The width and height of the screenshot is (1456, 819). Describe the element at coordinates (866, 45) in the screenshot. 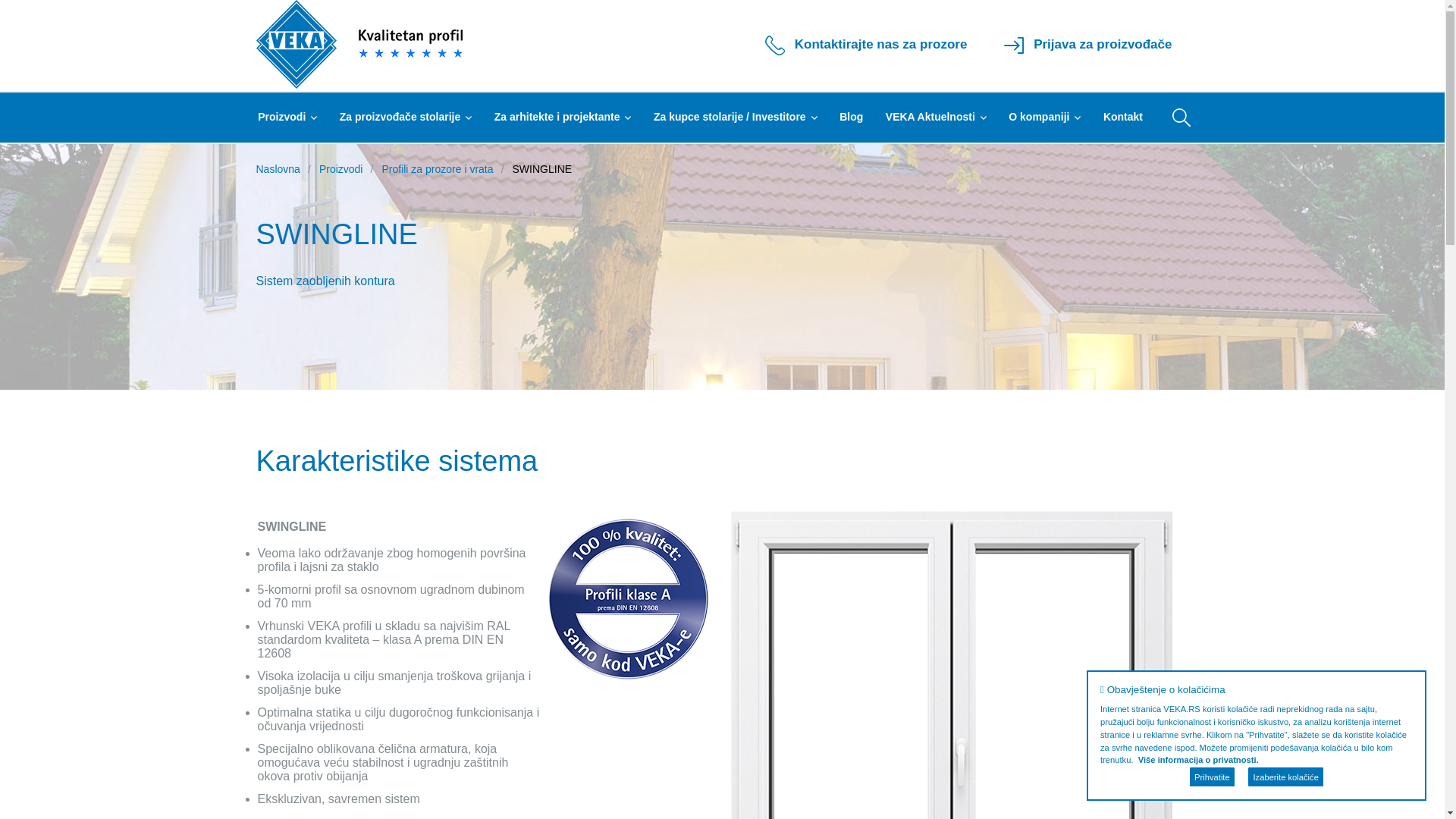

I see `'Kontaktirajte nas za prozore'` at that location.